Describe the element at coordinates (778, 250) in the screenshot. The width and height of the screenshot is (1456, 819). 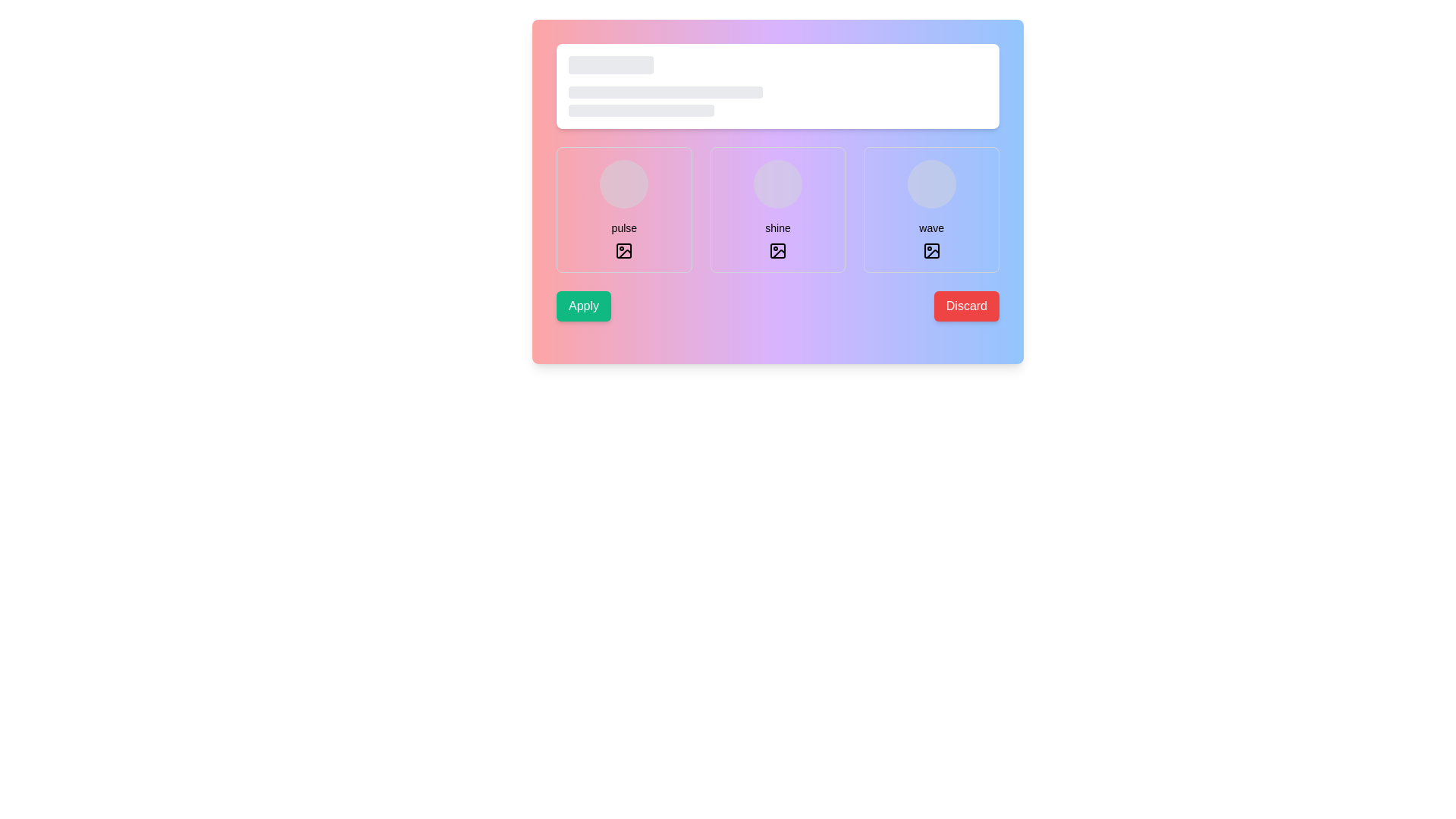
I see `the icon resembling an image placeholder with rounded corners, displaying a circle and diagonal line, located within the 'shine' card at the specified coordinates` at that location.